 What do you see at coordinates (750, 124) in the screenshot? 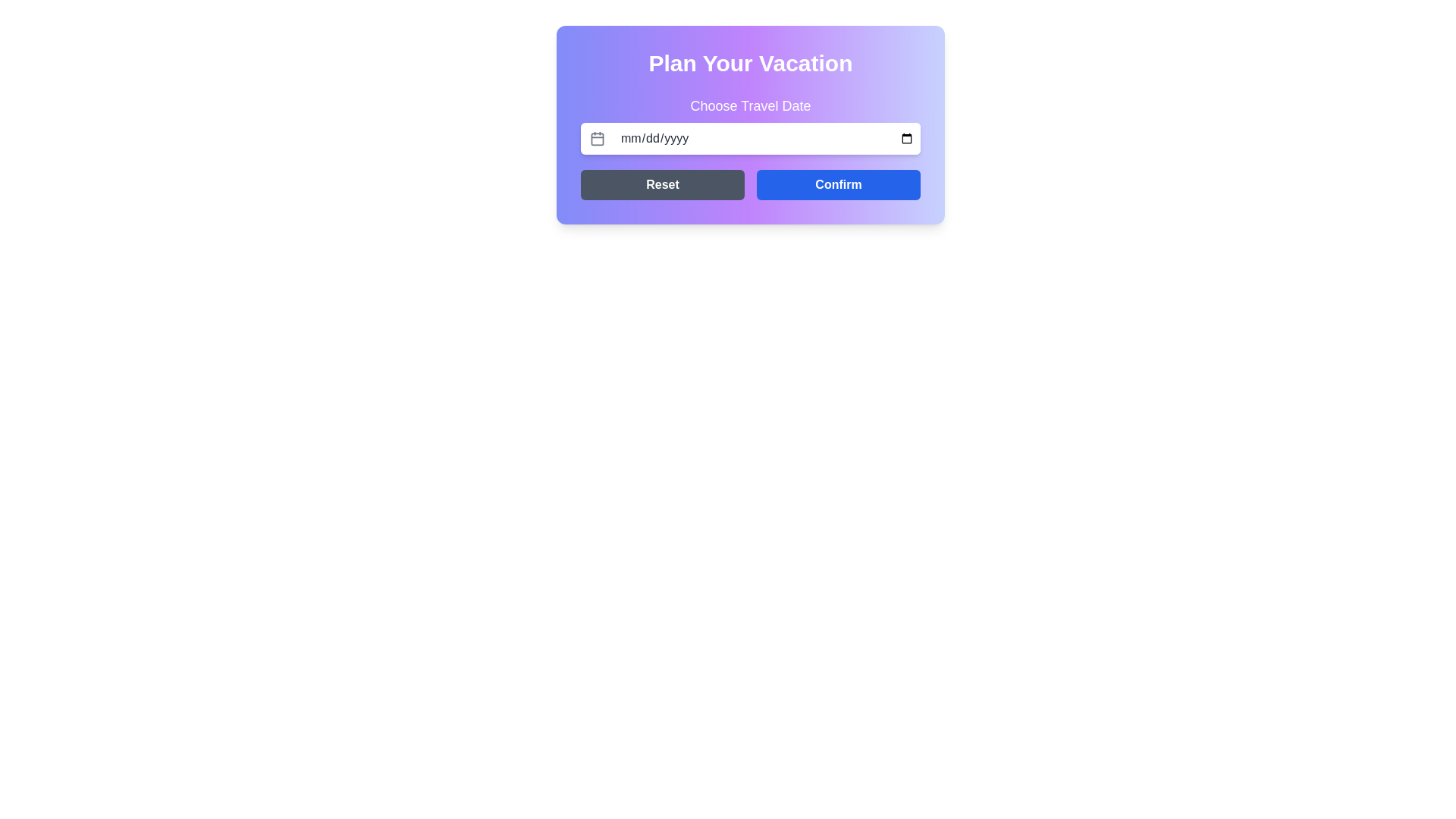
I see `a date using the calendar icon from the Date Picker Input located in the 'Plan Your Vacation' card` at bounding box center [750, 124].